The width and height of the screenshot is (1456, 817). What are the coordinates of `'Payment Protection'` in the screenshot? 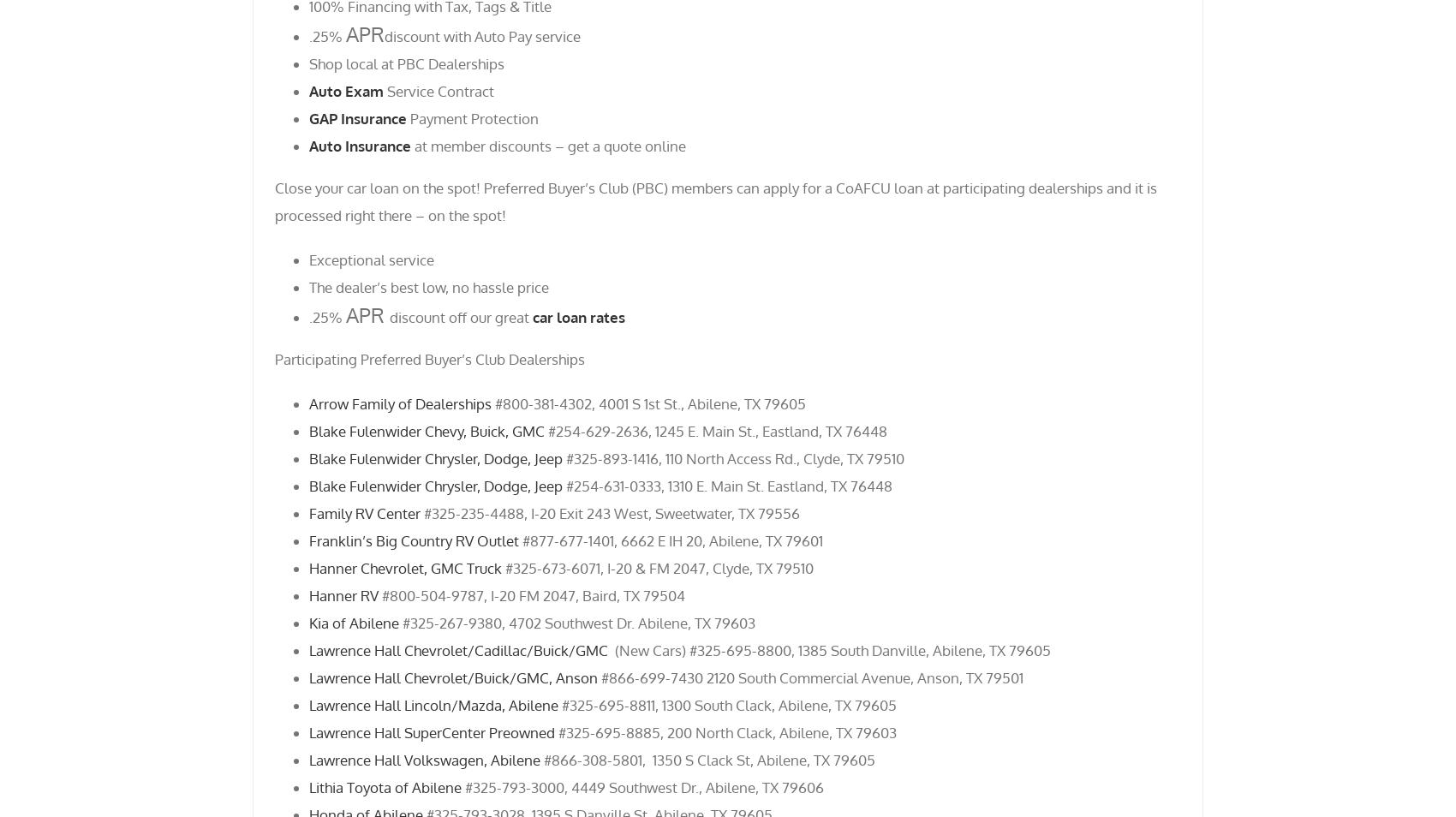 It's located at (471, 116).